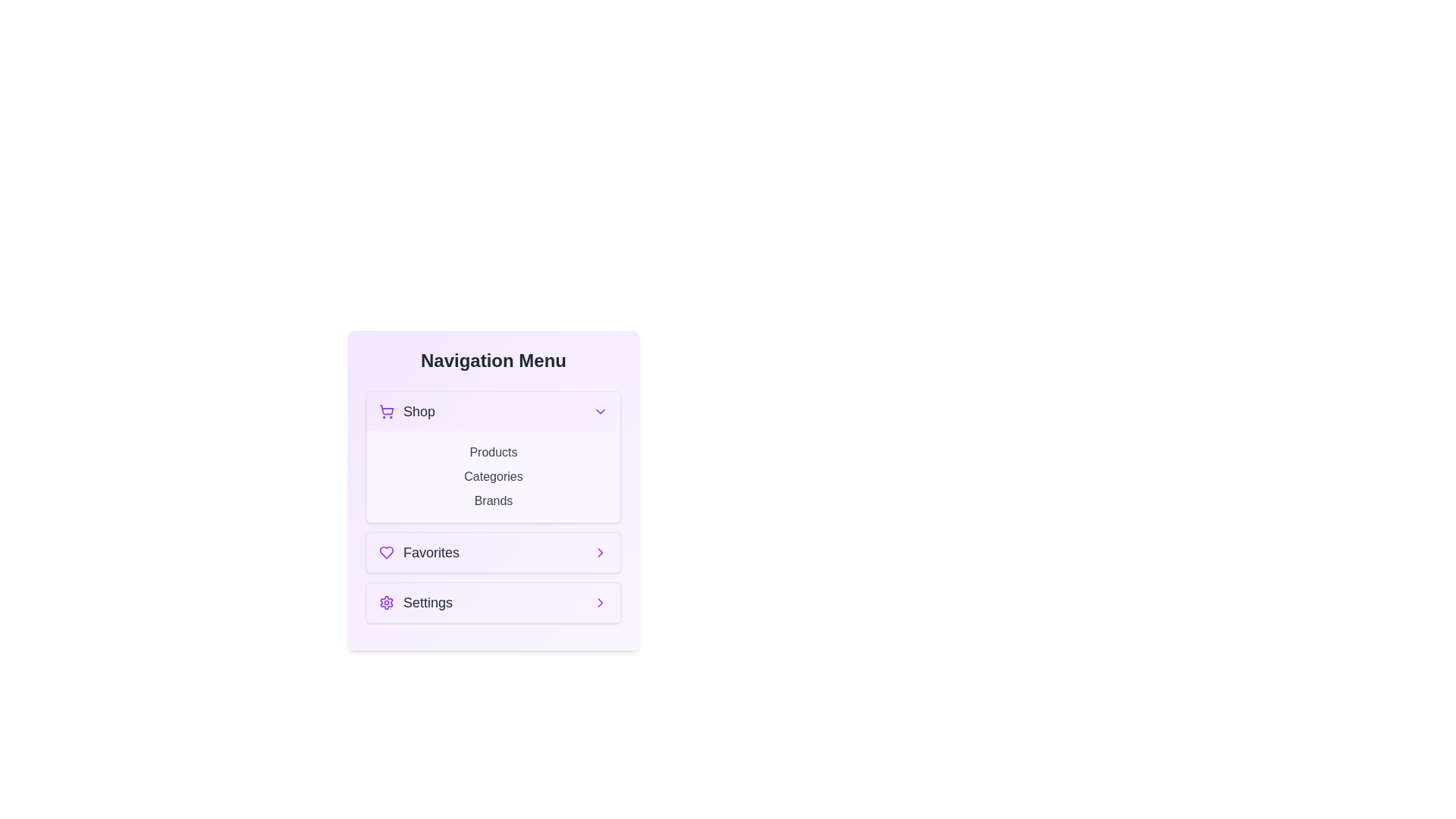  Describe the element at coordinates (494, 360) in the screenshot. I see `the 'Navigation Menu' text label, which is styled in bold and large font and located at the top of a box with a purple-themed gradient background` at that location.